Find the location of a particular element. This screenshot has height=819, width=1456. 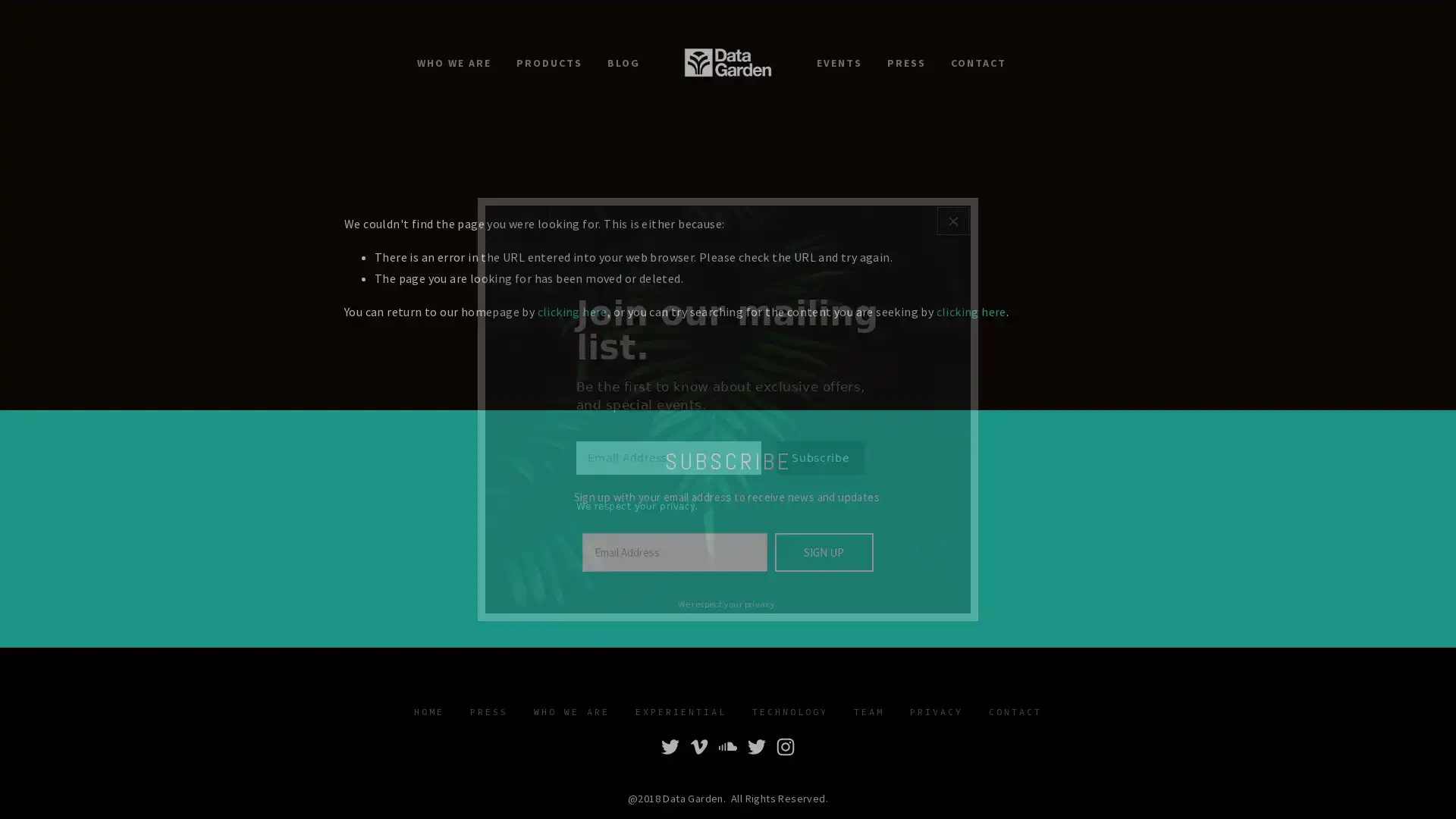

Subscribe is located at coordinates (819, 467).